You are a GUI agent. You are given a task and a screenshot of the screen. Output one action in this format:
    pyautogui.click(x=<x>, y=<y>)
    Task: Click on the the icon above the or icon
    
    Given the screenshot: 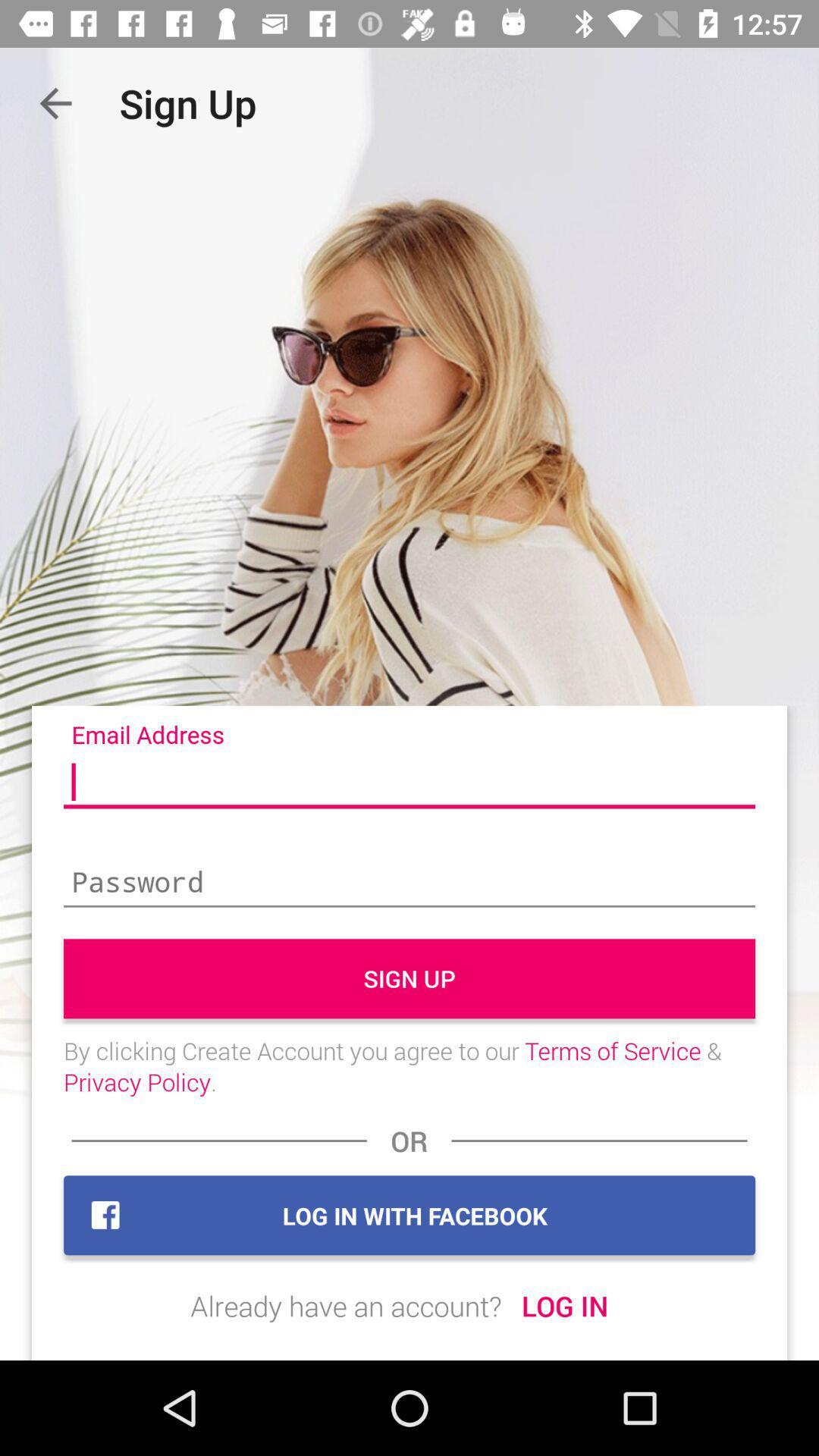 What is the action you would take?
    pyautogui.click(x=409, y=1065)
    